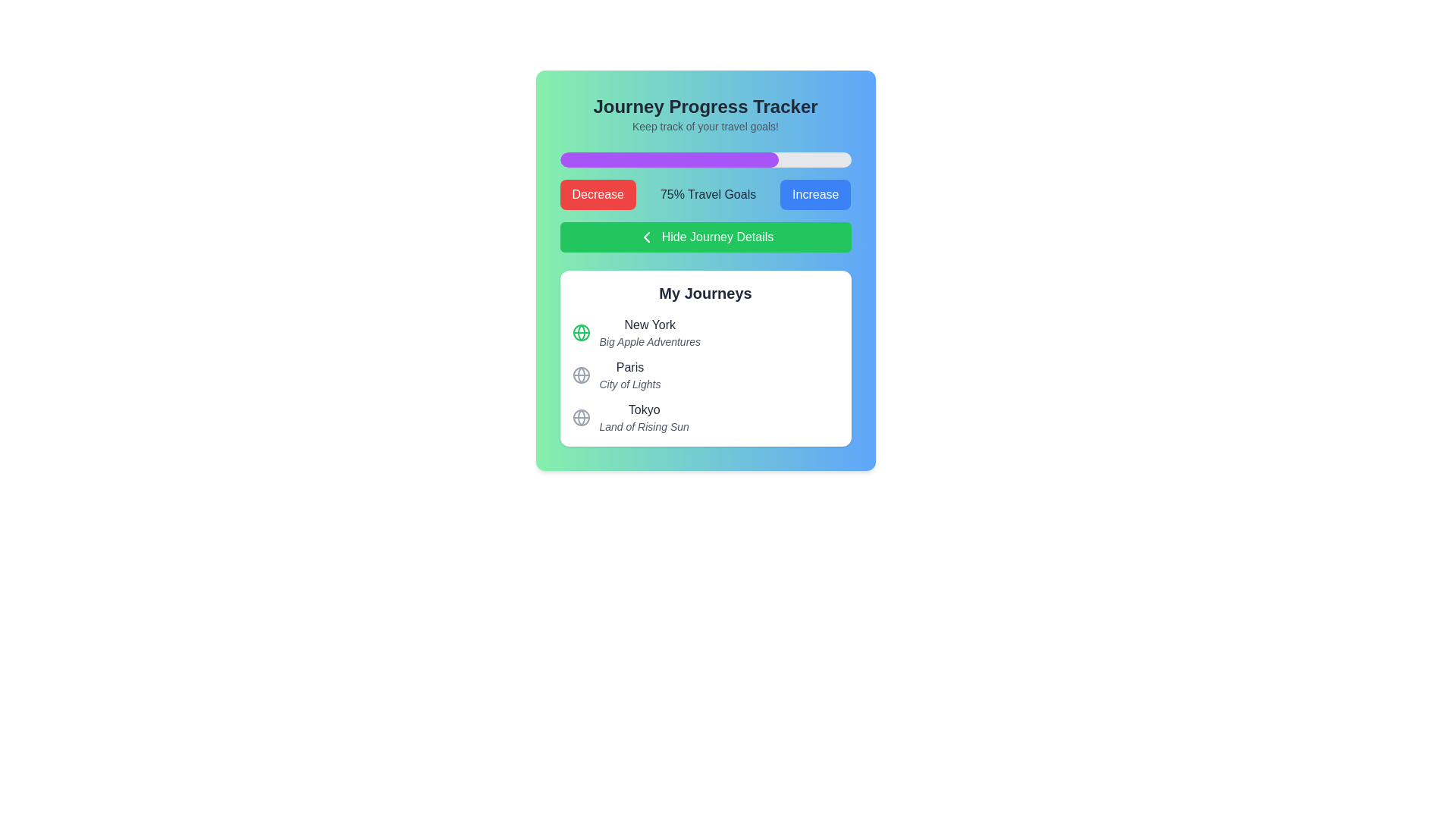  Describe the element at coordinates (704, 113) in the screenshot. I see `the header text display that provides context about tracking travel goals, located at the top of a card-like UI component` at that location.